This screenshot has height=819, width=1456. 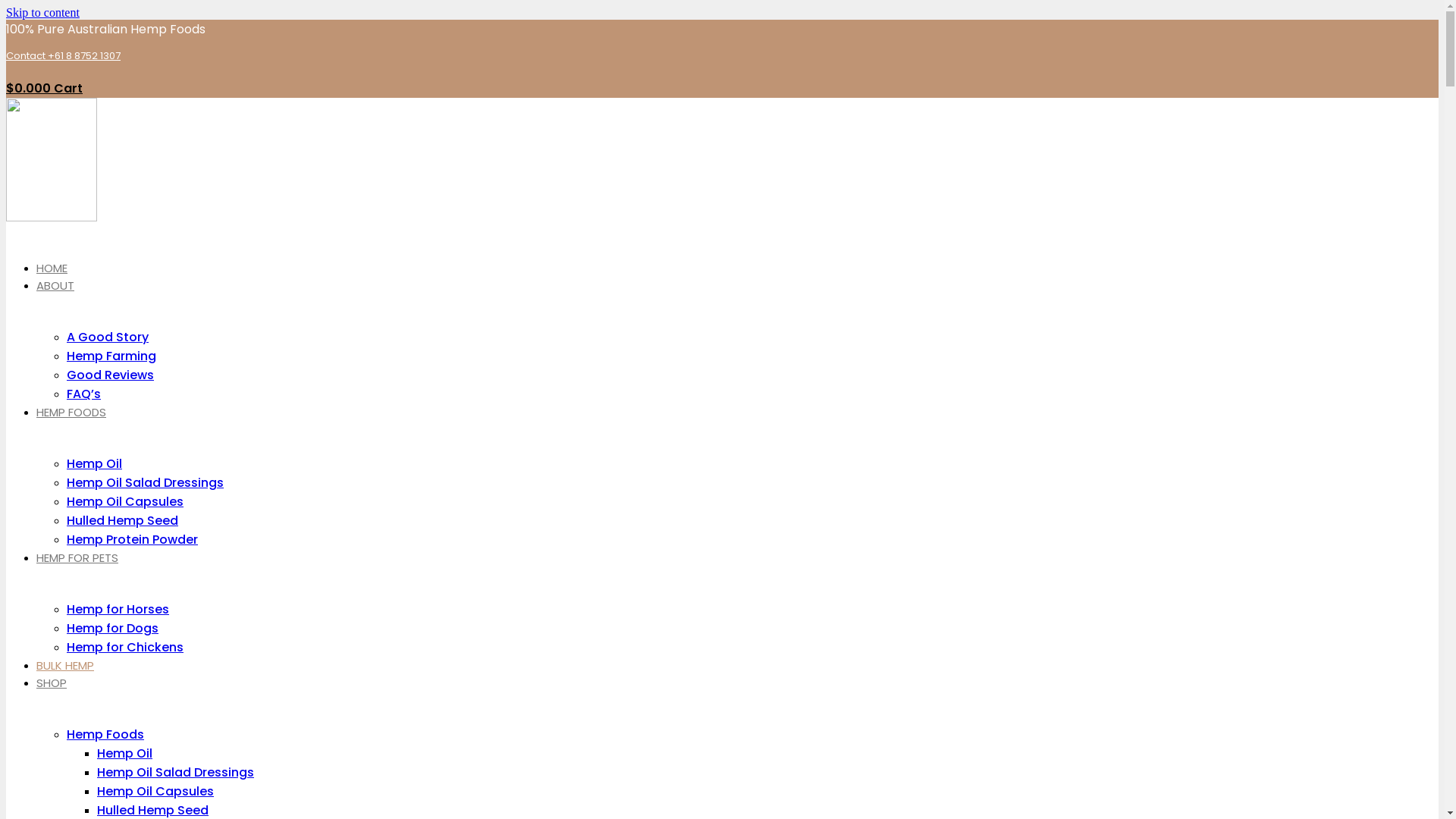 I want to click on '$0.00, so click(x=6, y=88).